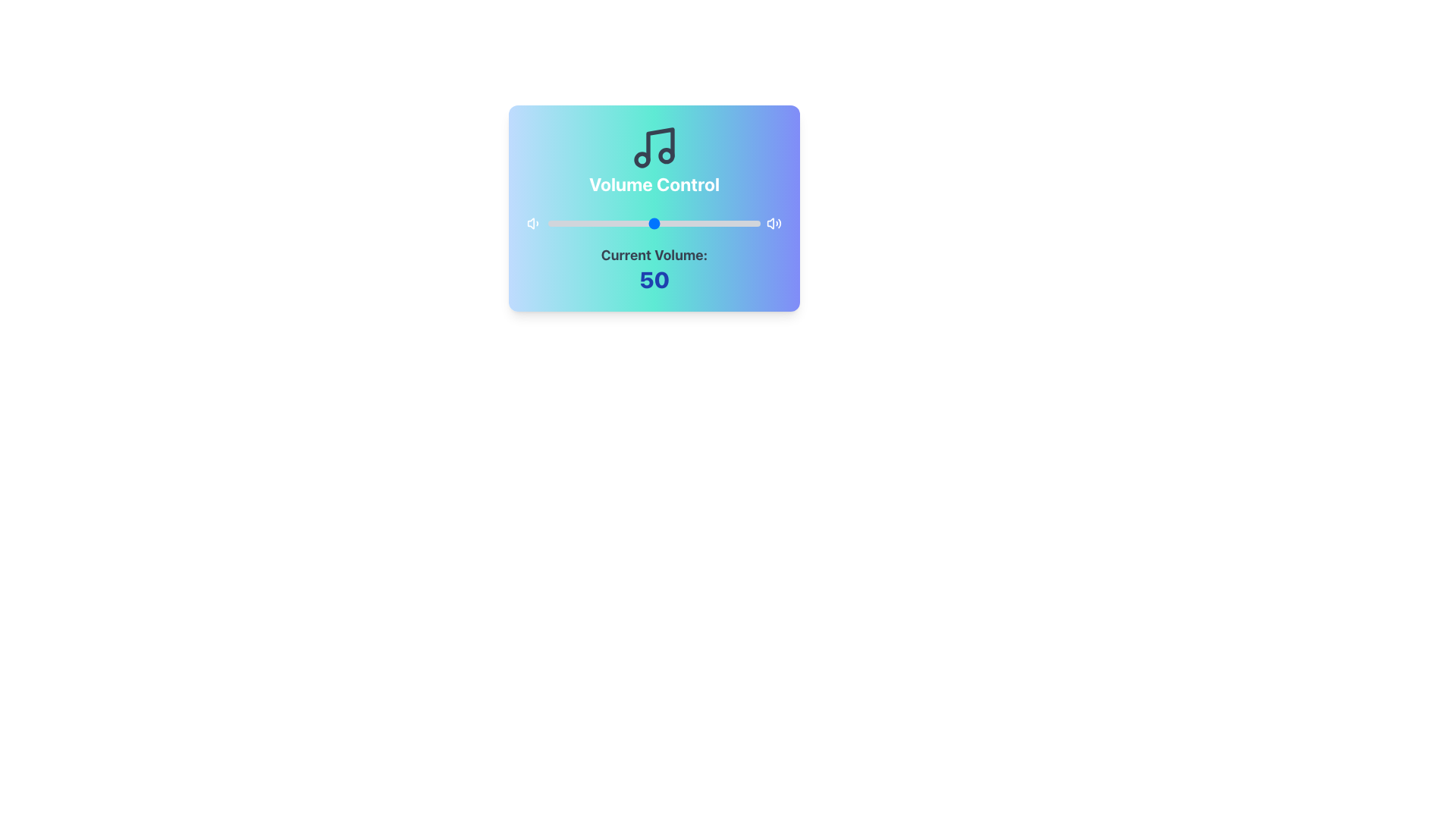 The image size is (1456, 819). Describe the element at coordinates (588, 223) in the screenshot. I see `the volume` at that location.